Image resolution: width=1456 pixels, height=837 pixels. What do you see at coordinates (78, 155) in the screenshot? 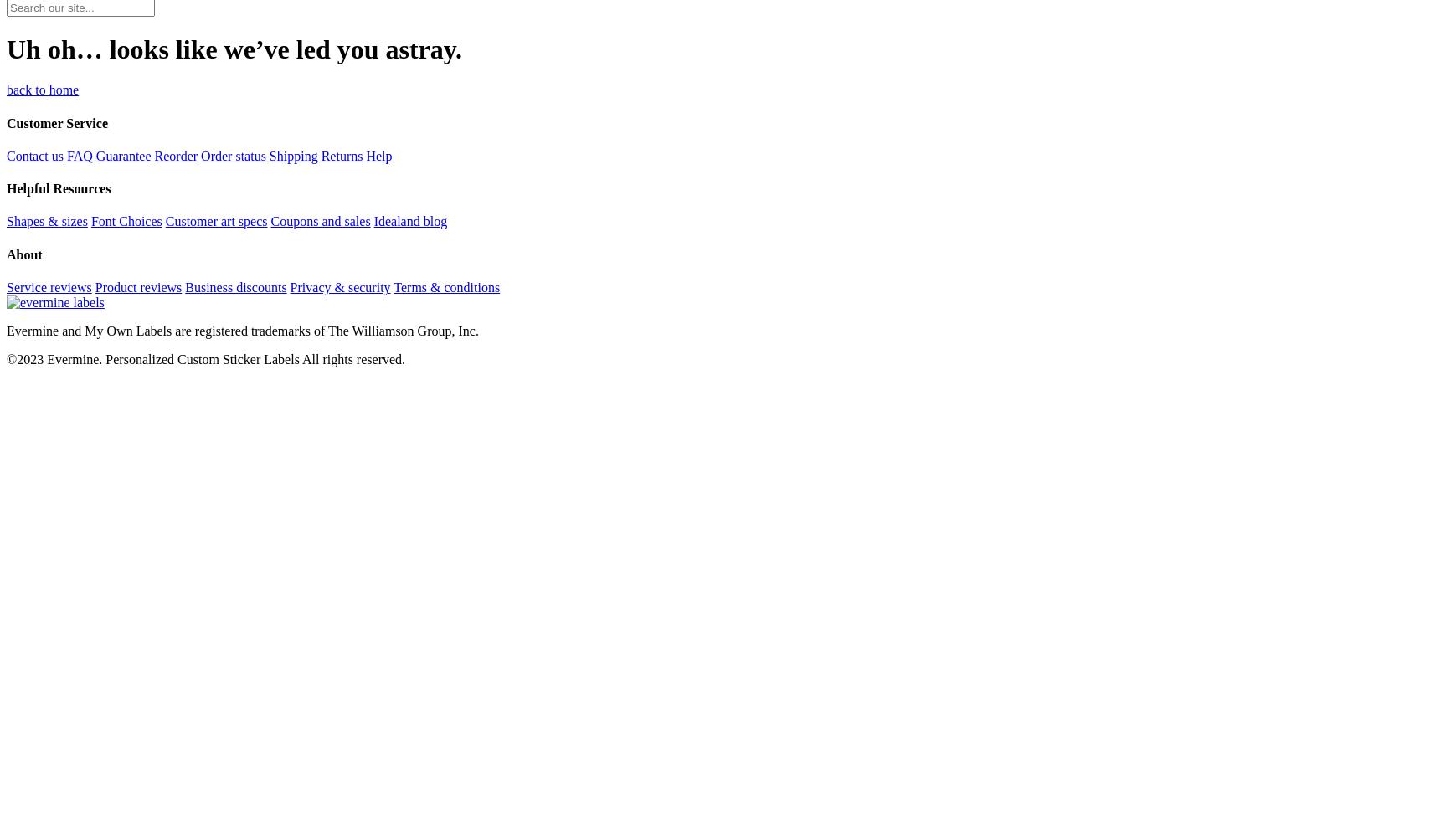
I see `'FAQ'` at bounding box center [78, 155].